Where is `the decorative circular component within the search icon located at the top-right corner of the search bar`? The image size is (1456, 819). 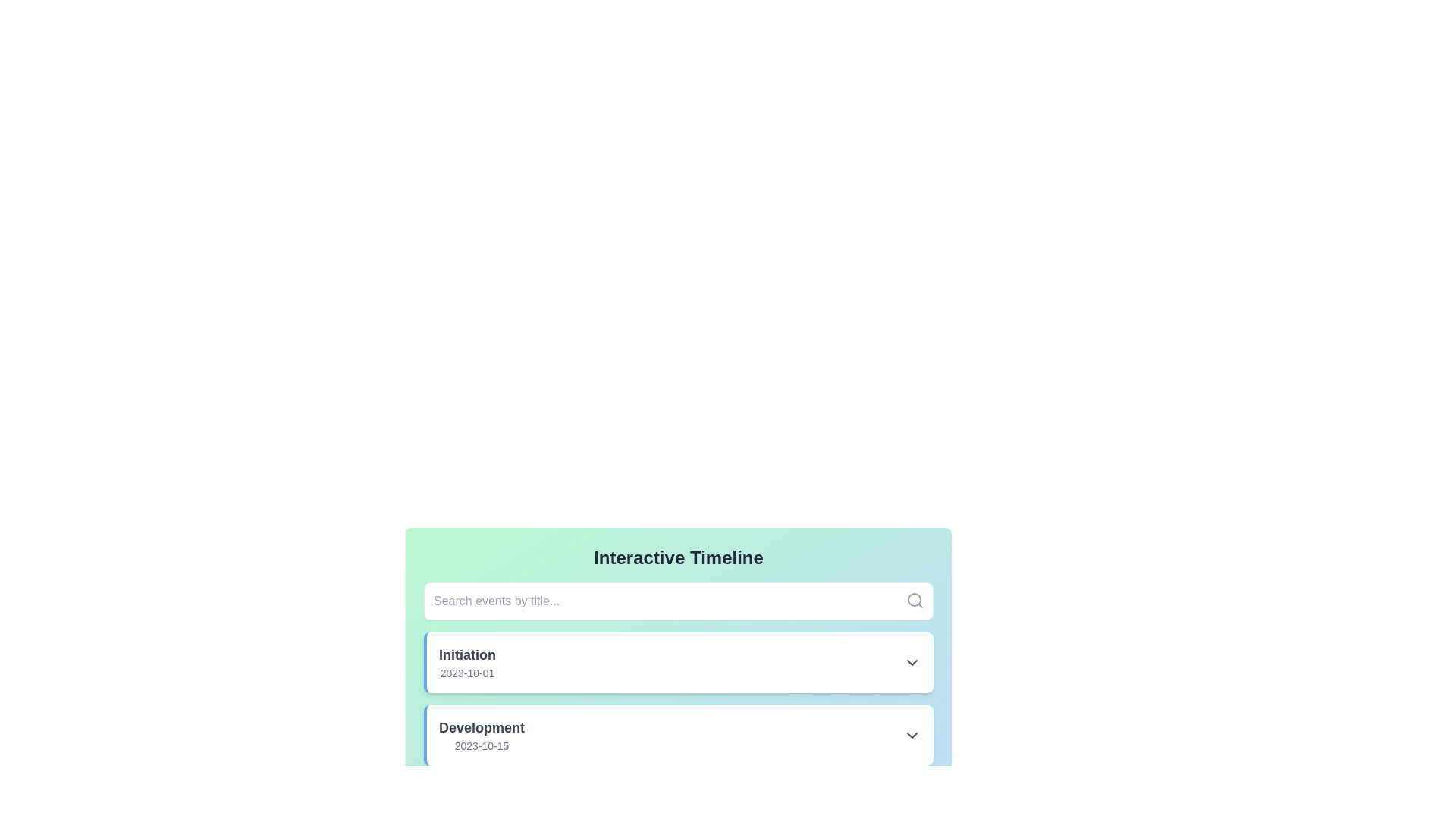
the decorative circular component within the search icon located at the top-right corner of the search bar is located at coordinates (913, 598).